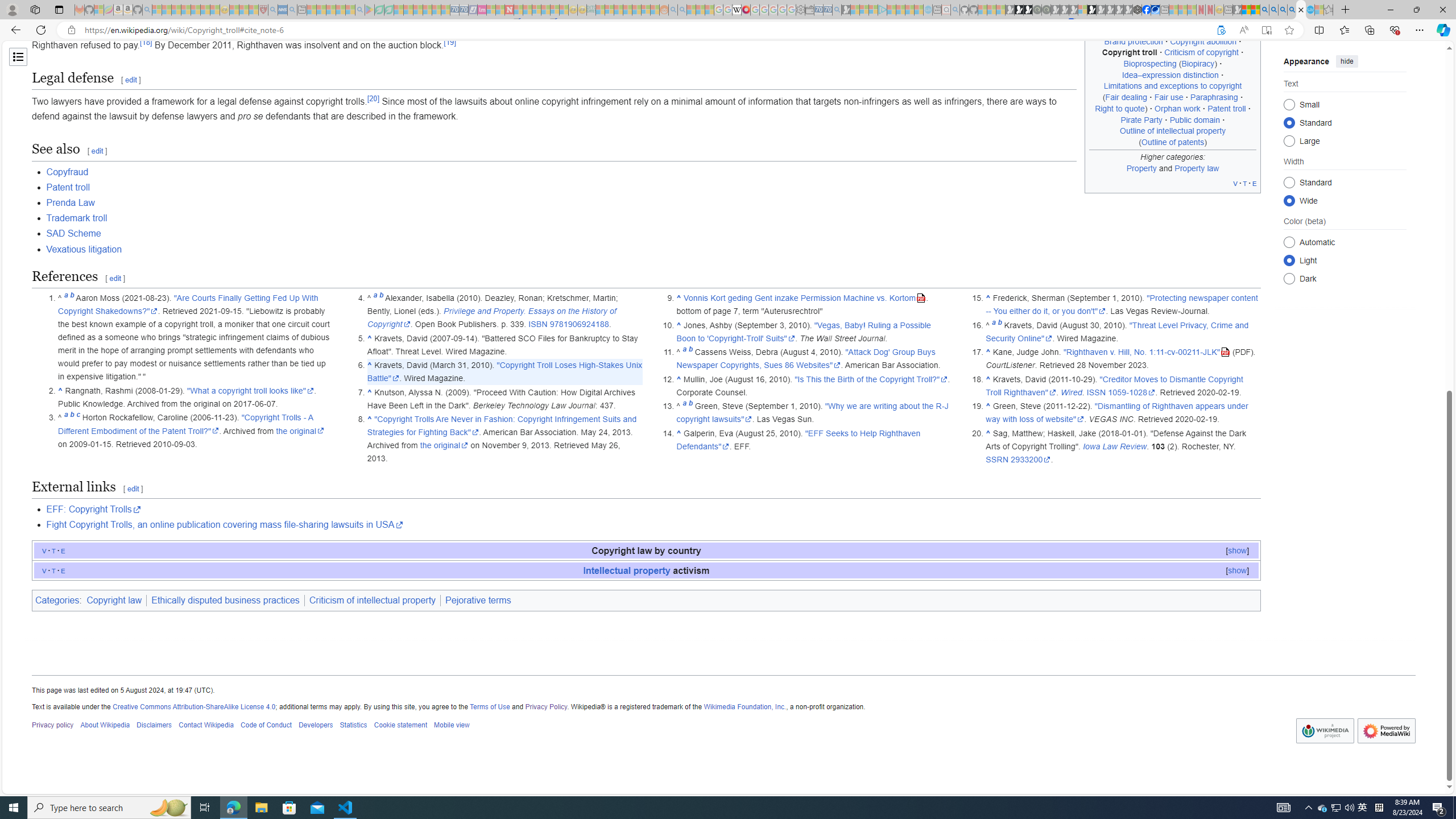 The width and height of the screenshot is (1456, 819). What do you see at coordinates (1120, 107) in the screenshot?
I see `'Right to quote)'` at bounding box center [1120, 107].